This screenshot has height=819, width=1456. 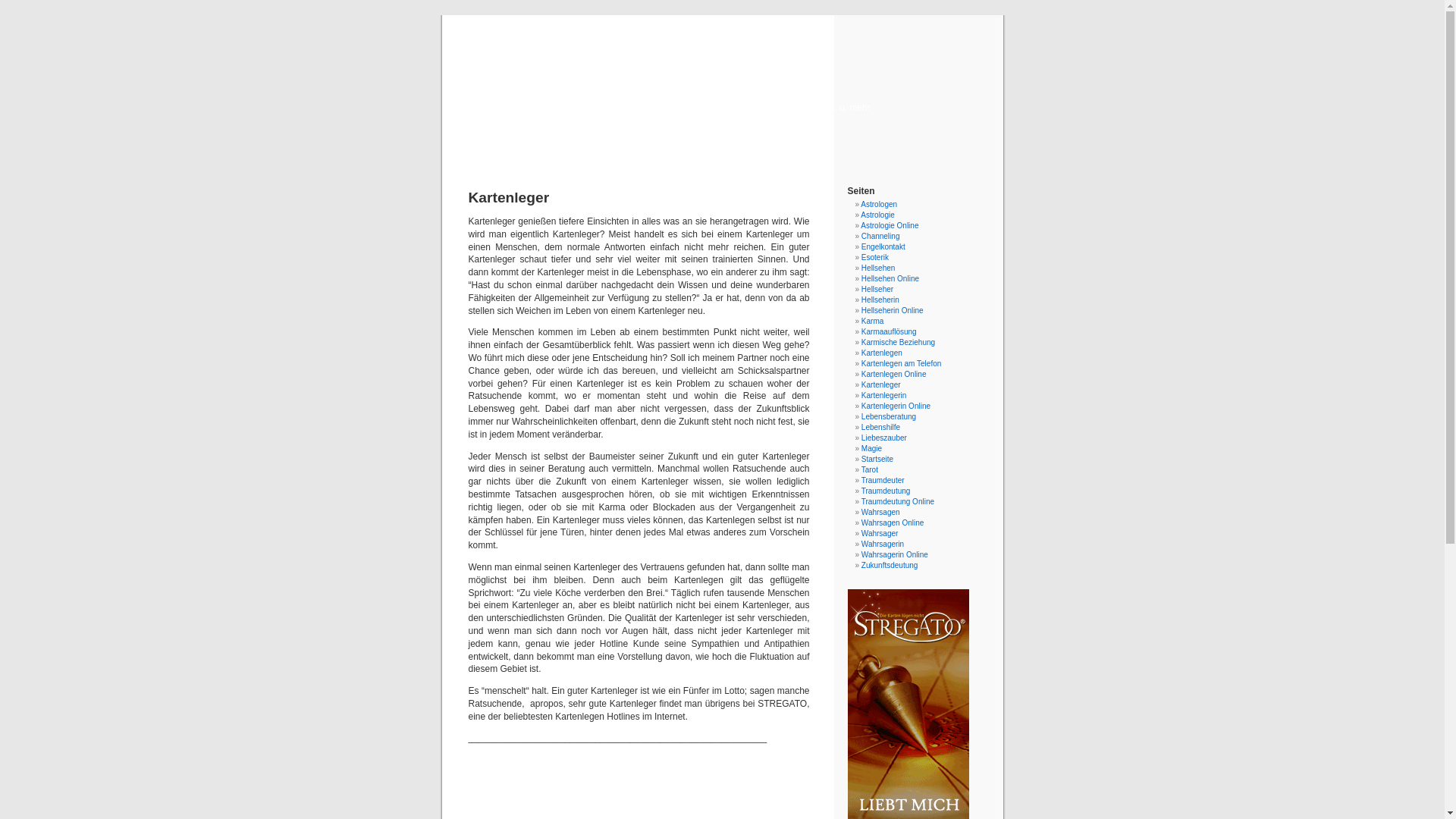 I want to click on 'Wahrsager', so click(x=861, y=532).